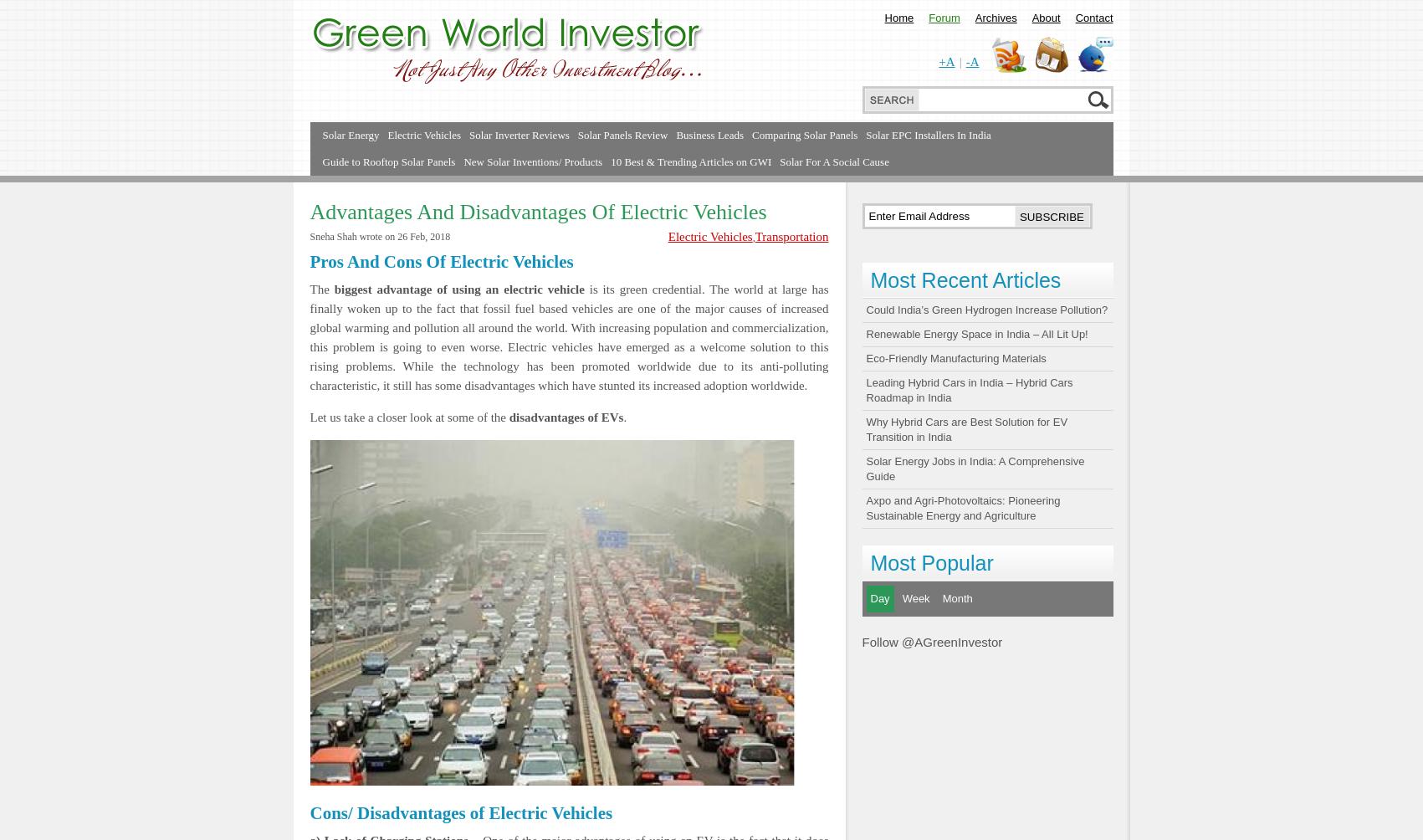 Image resolution: width=1423 pixels, height=840 pixels. What do you see at coordinates (565, 416) in the screenshot?
I see `'disadvantages of EVs'` at bounding box center [565, 416].